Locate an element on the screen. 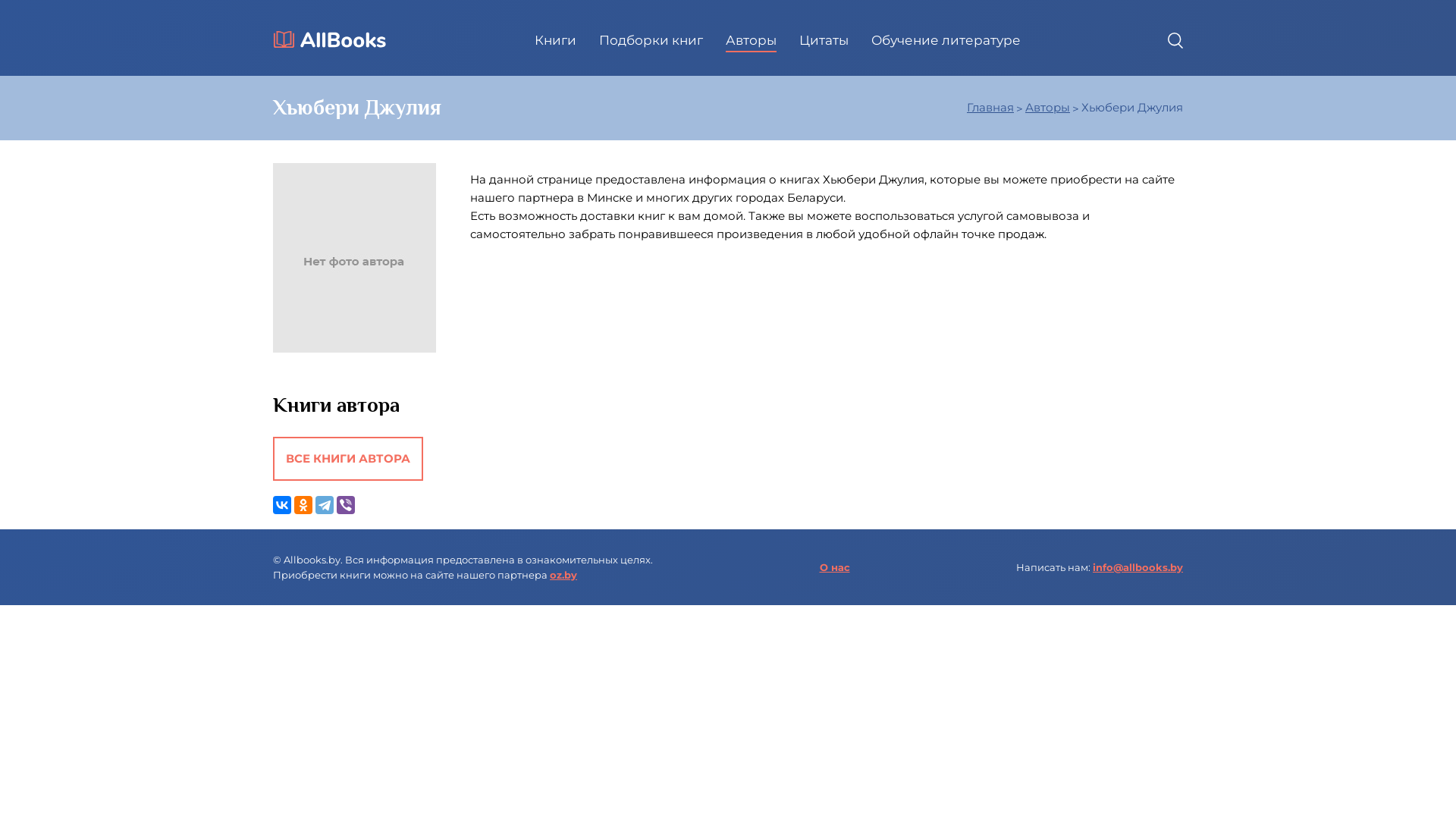 The width and height of the screenshot is (1456, 819). 'Telegram' is located at coordinates (323, 505).